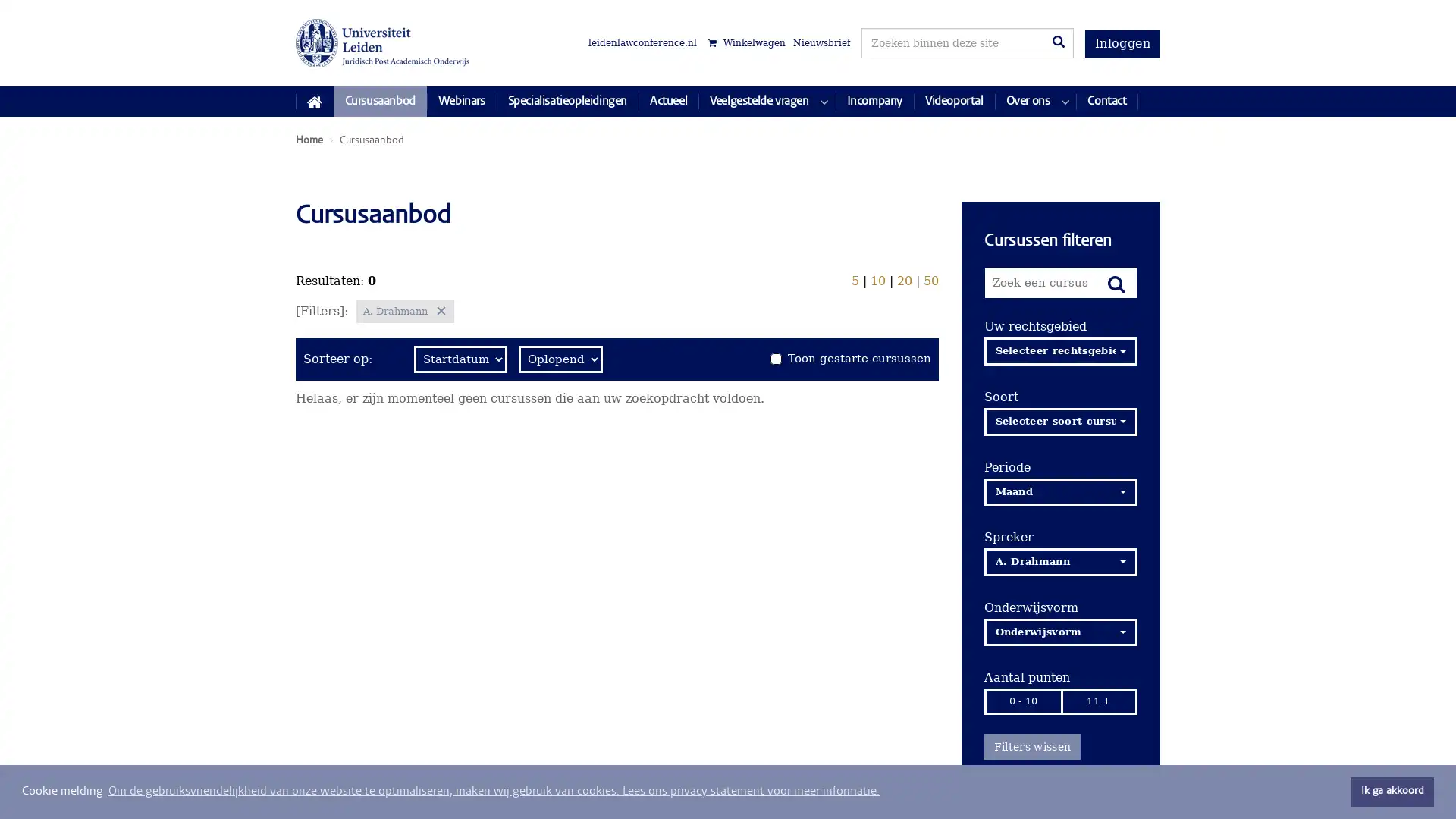  What do you see at coordinates (494, 791) in the screenshot?
I see `learn more about cookies` at bounding box center [494, 791].